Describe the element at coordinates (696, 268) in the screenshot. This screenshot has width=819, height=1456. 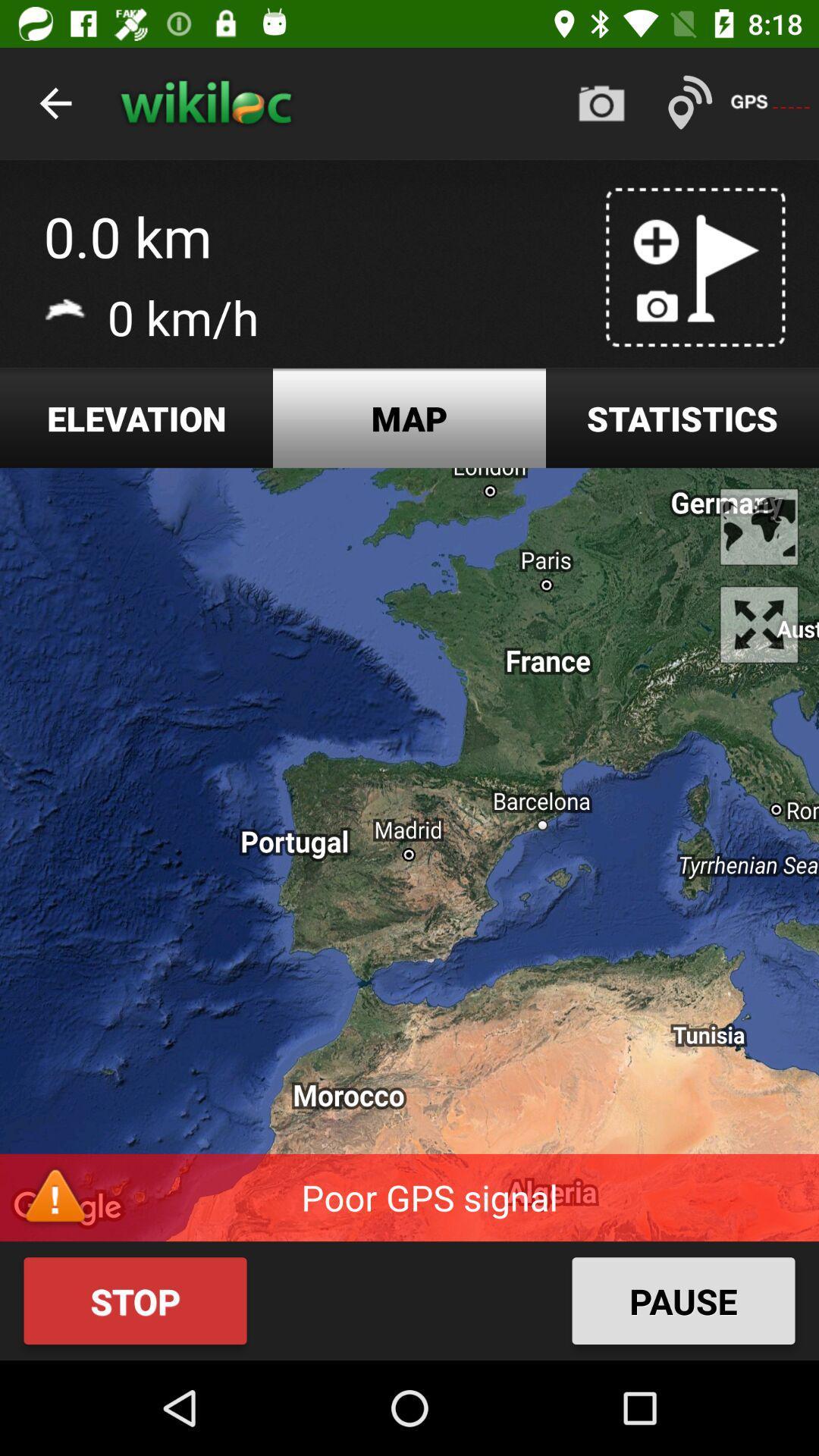
I see `the image above statistics` at that location.